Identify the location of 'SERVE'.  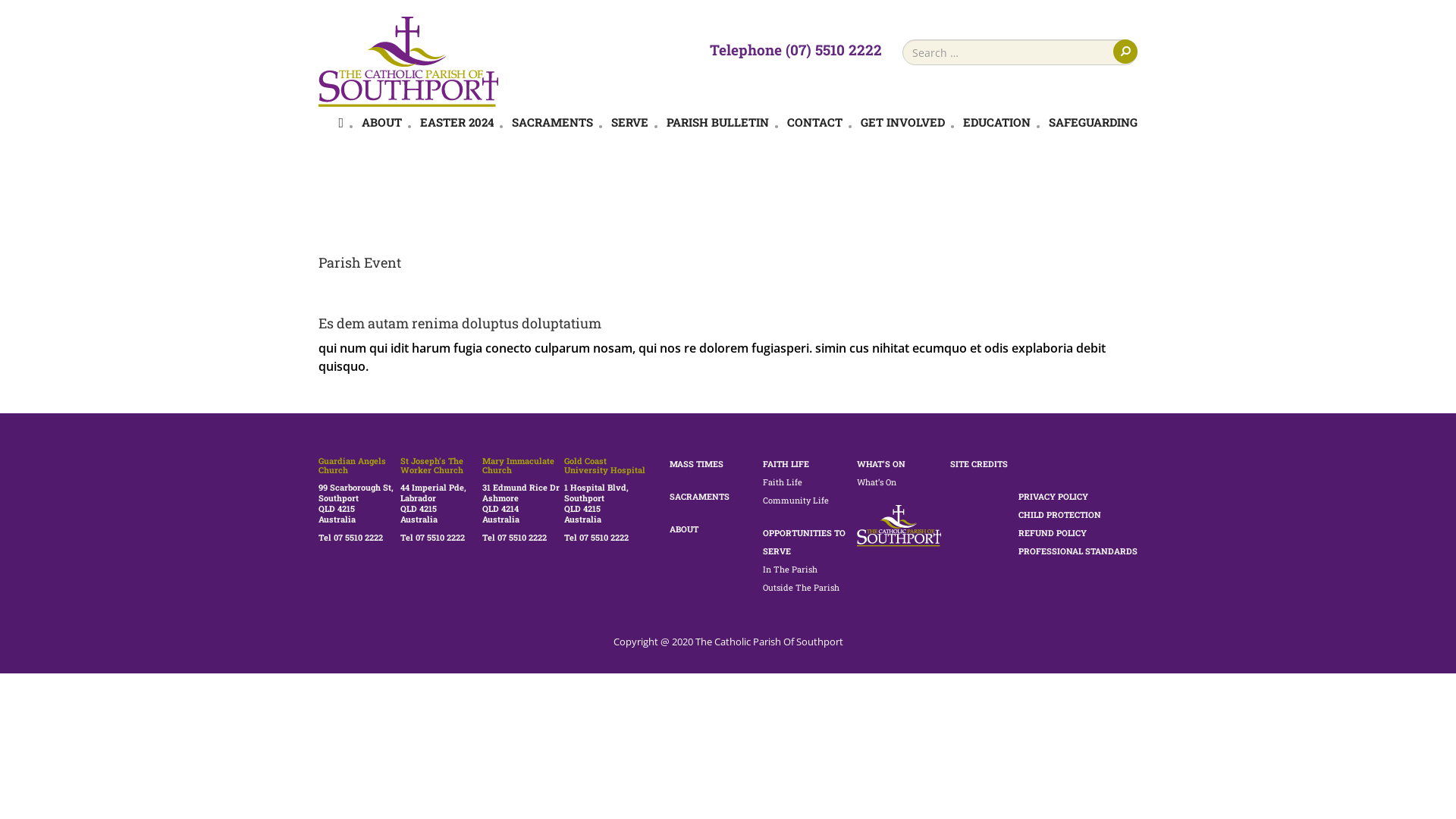
(611, 121).